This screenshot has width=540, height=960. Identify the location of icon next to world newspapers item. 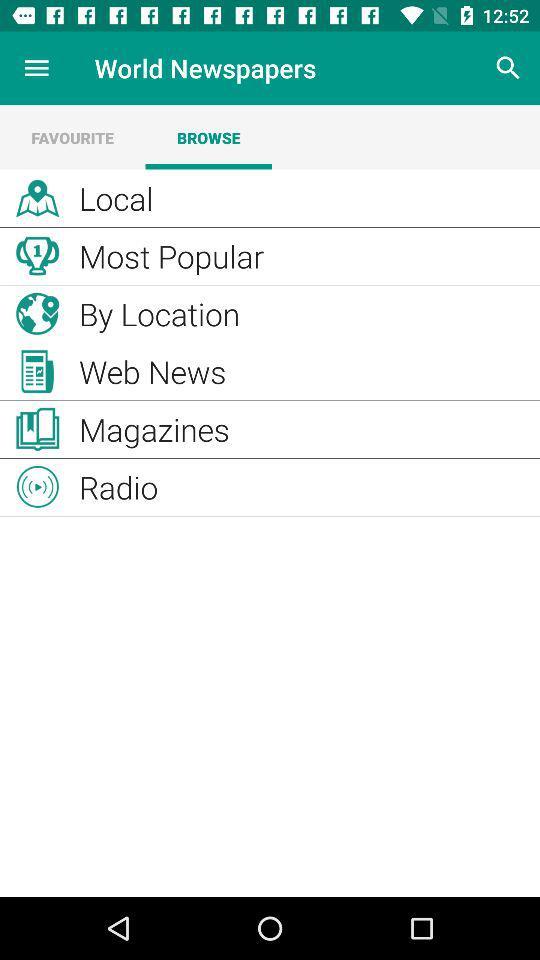
(508, 68).